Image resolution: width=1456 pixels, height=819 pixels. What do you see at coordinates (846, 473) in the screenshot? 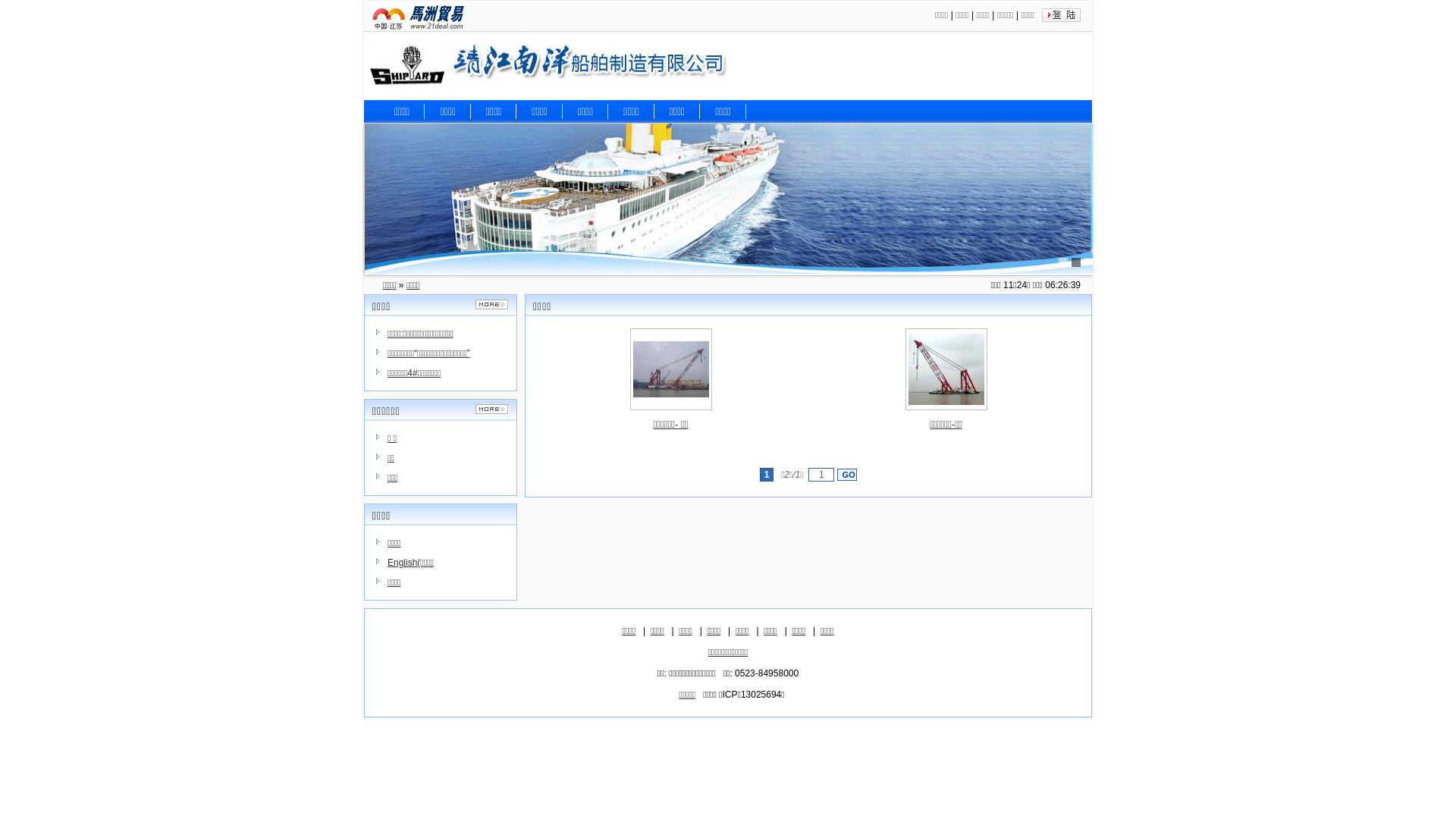
I see `'GO'` at bounding box center [846, 473].